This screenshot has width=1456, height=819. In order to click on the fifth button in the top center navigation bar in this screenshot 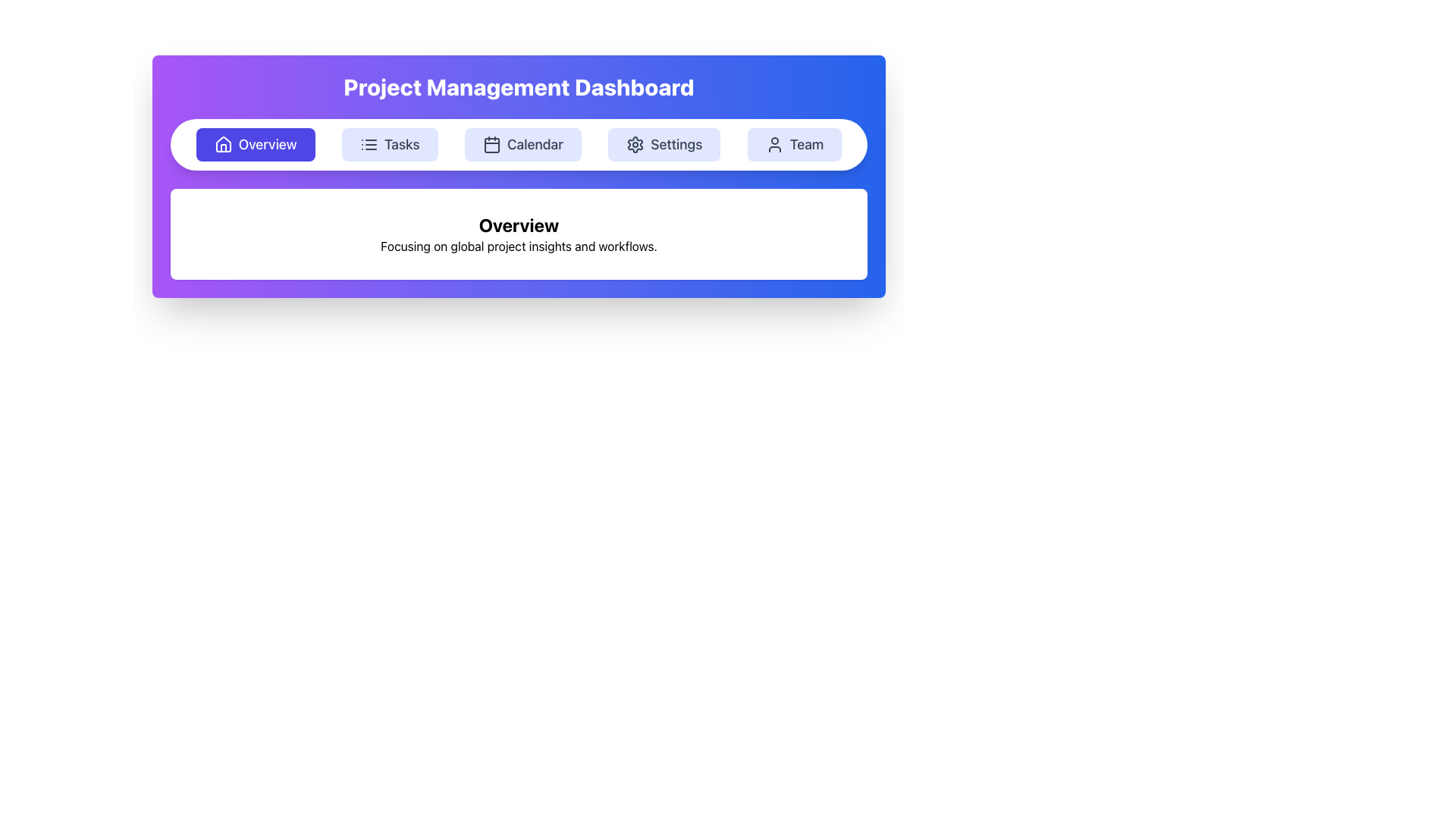, I will do `click(794, 145)`.